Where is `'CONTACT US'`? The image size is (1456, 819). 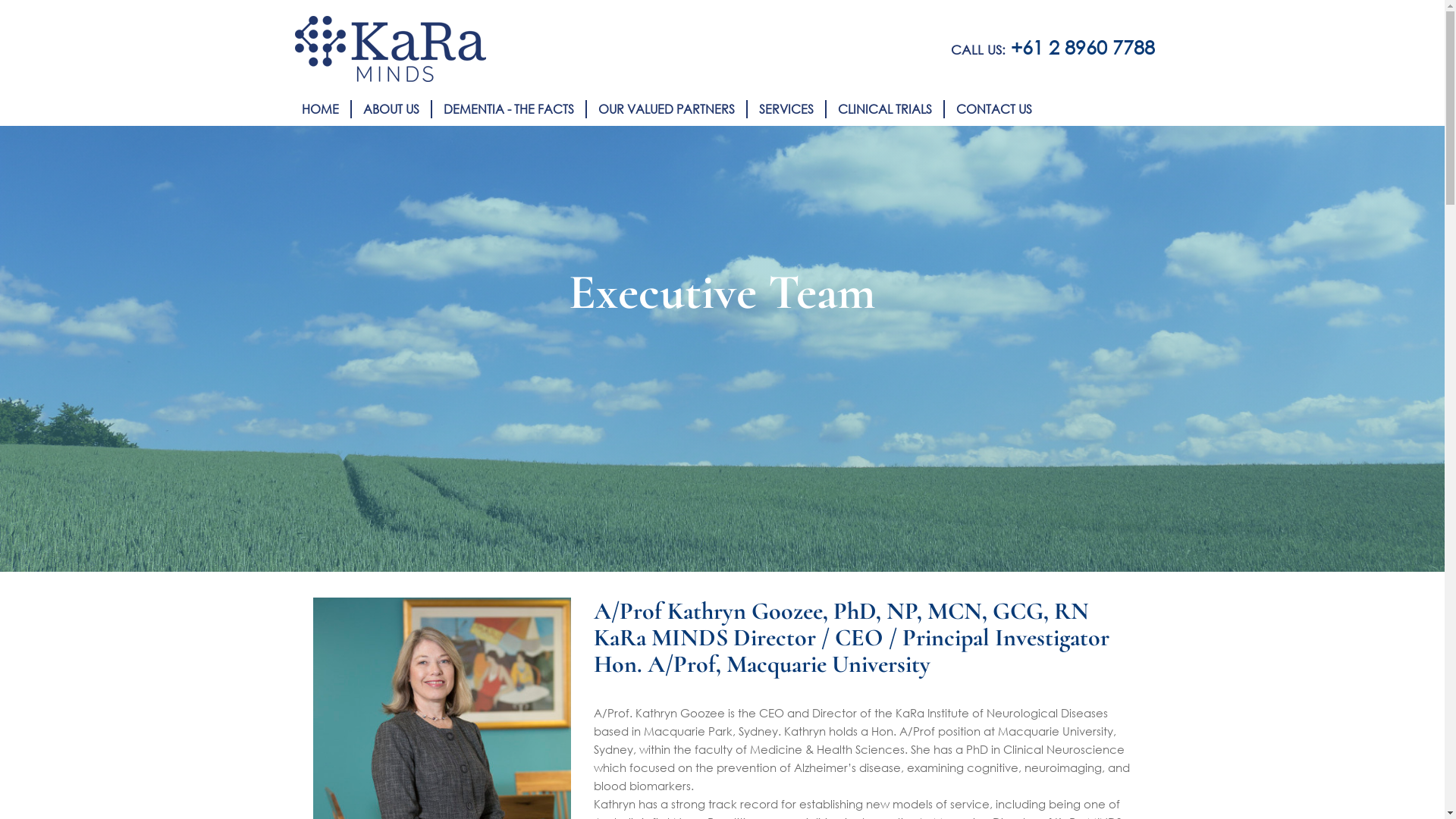
'CONTACT US' is located at coordinates (993, 108).